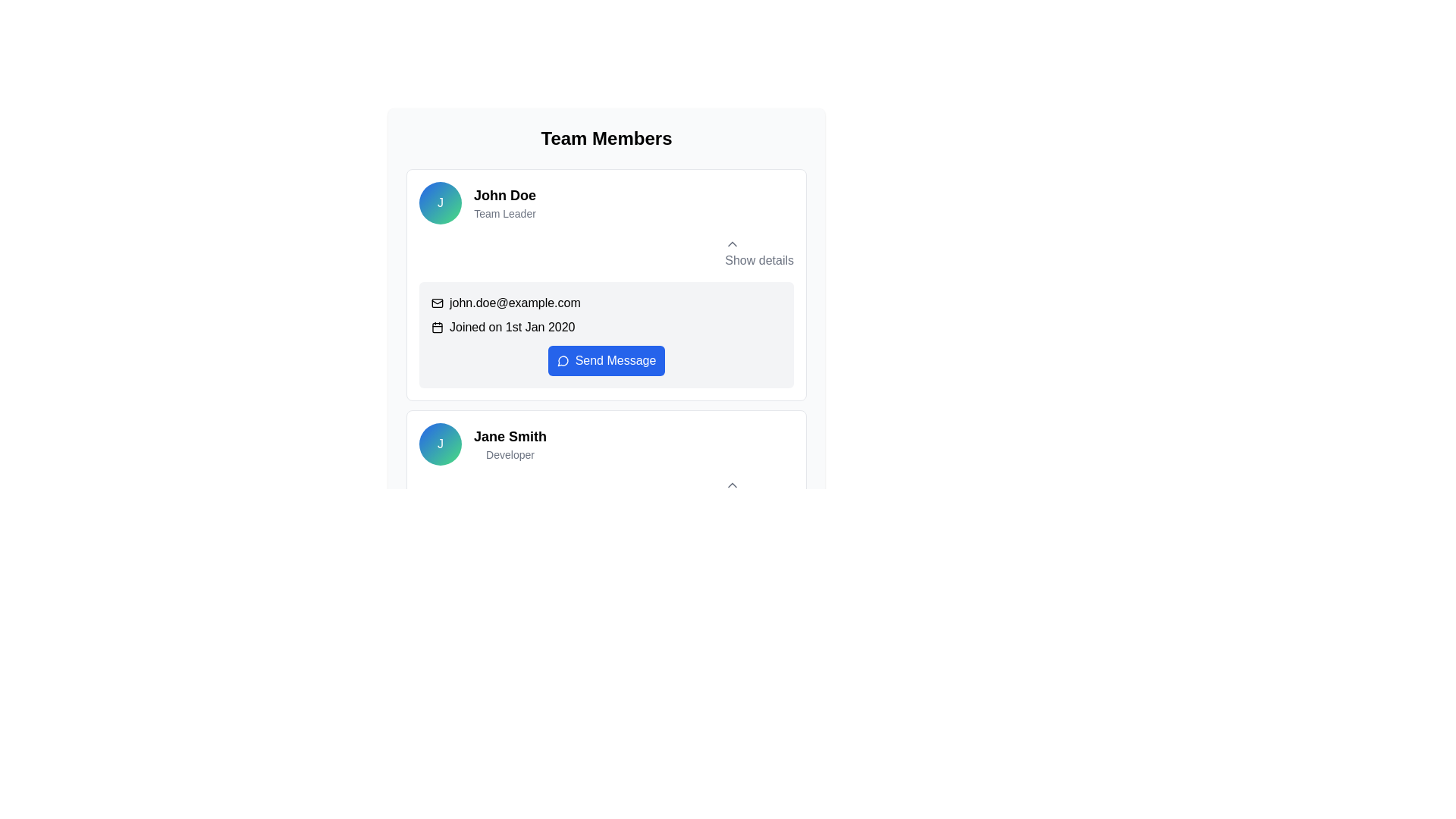 The height and width of the screenshot is (819, 1456). I want to click on the text element displaying 'John Doe' and 'Team Leader', so click(505, 202).